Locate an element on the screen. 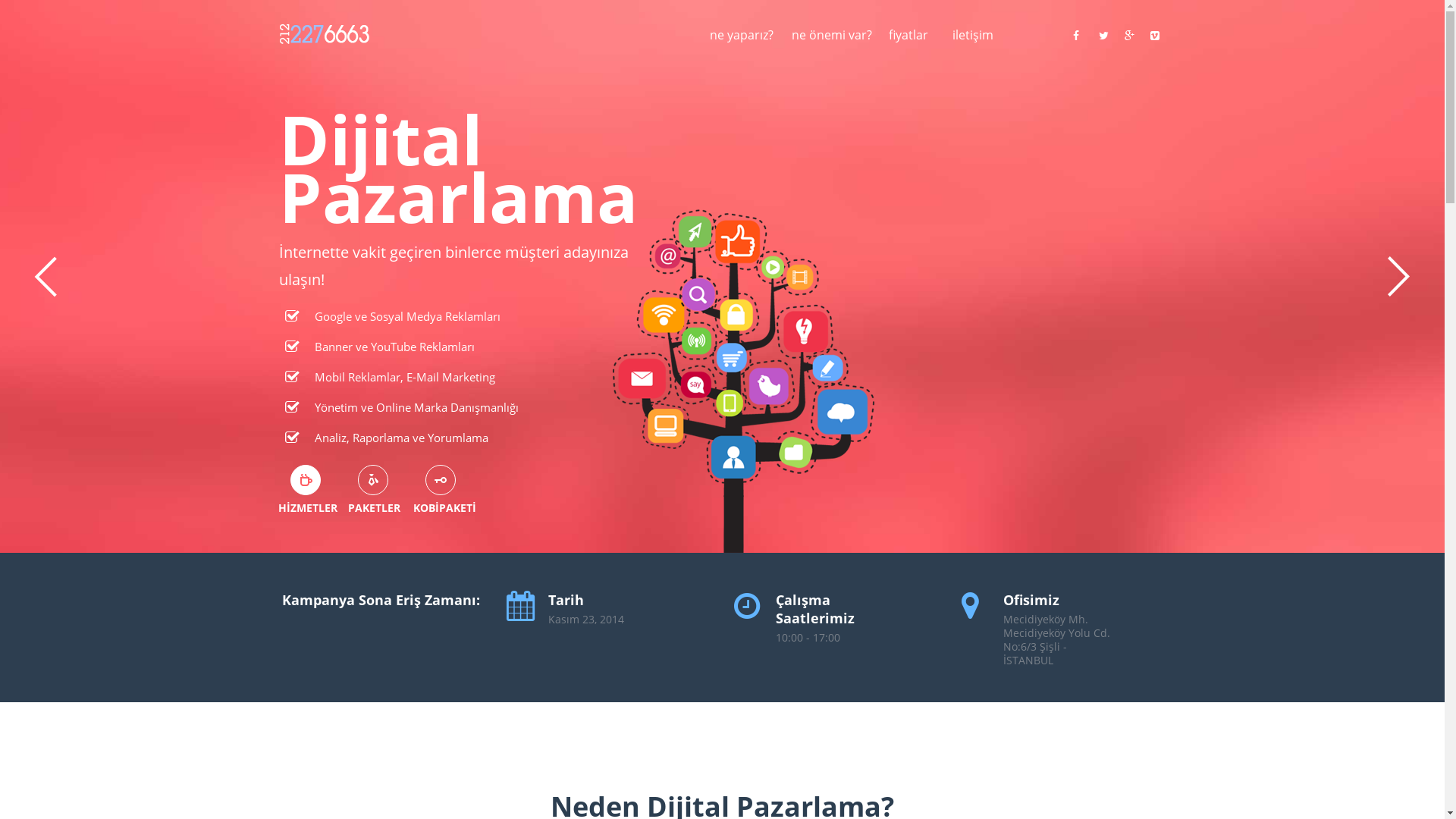 The width and height of the screenshot is (1456, 819). 'PAKETLER' is located at coordinates (372, 479).